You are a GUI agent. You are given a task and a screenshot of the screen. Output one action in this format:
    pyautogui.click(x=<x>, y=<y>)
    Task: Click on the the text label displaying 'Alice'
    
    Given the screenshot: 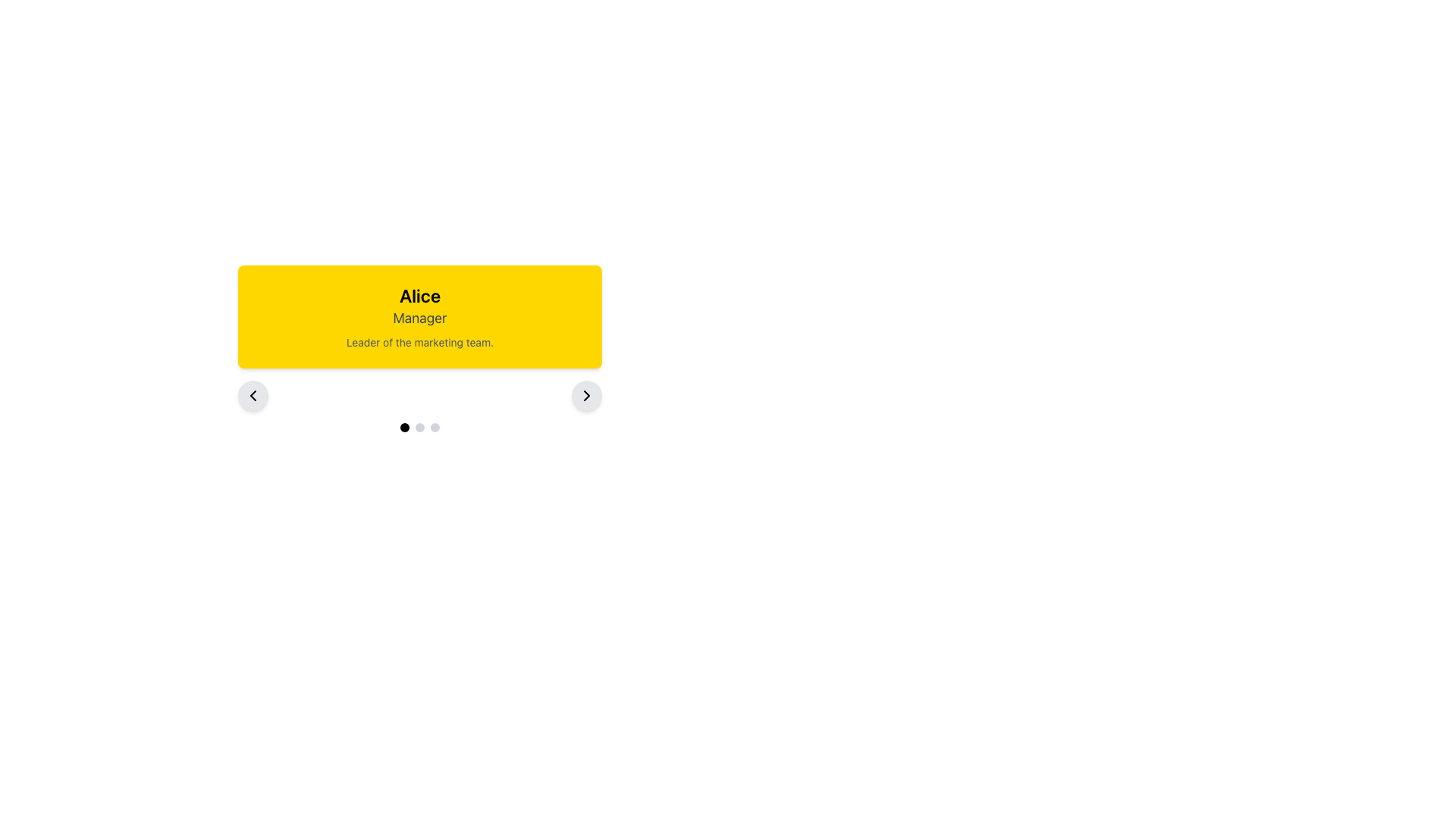 What is the action you would take?
    pyautogui.click(x=419, y=295)
    